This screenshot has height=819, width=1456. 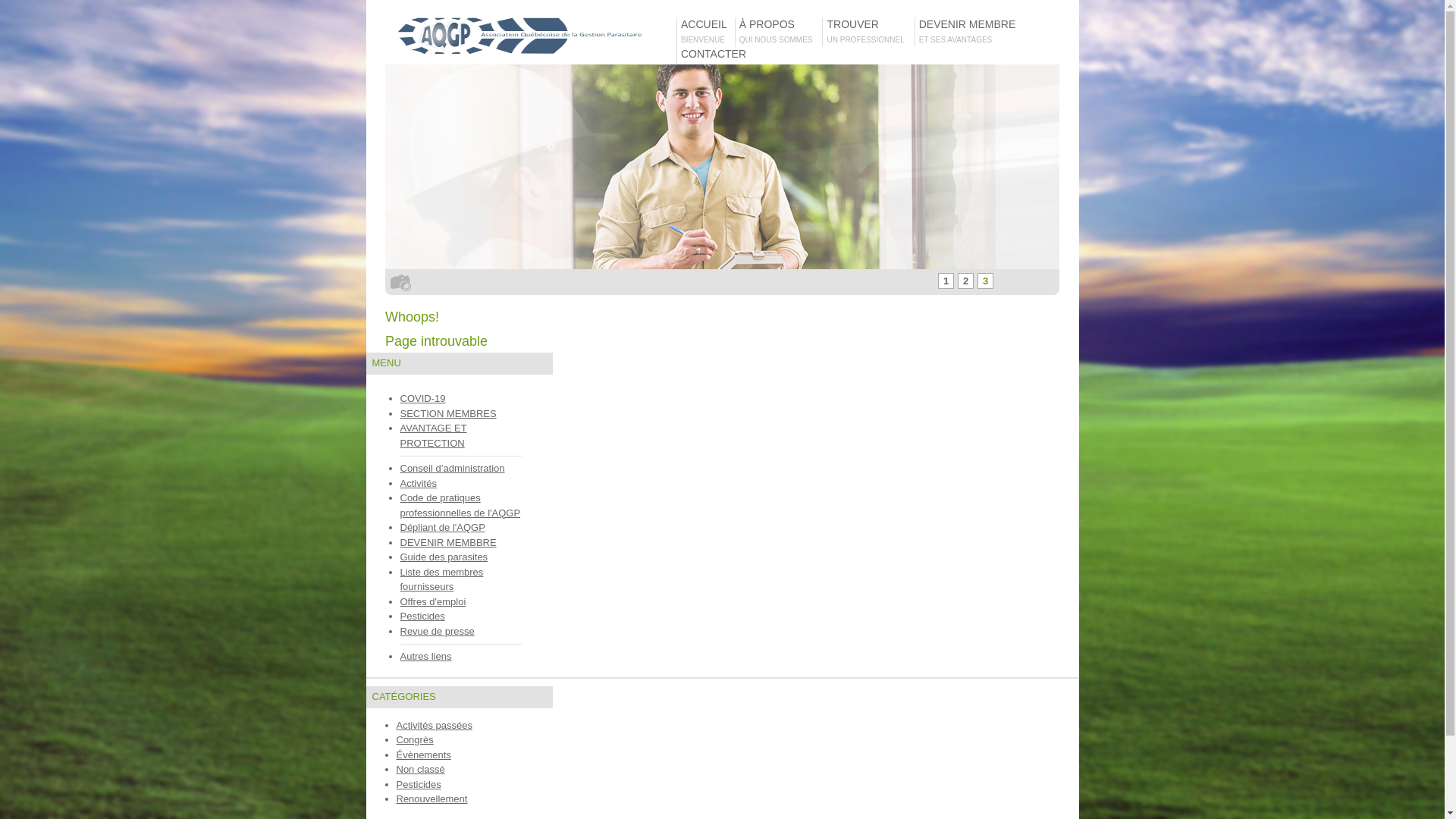 What do you see at coordinates (868, 32) in the screenshot?
I see `'TROUVER` at bounding box center [868, 32].